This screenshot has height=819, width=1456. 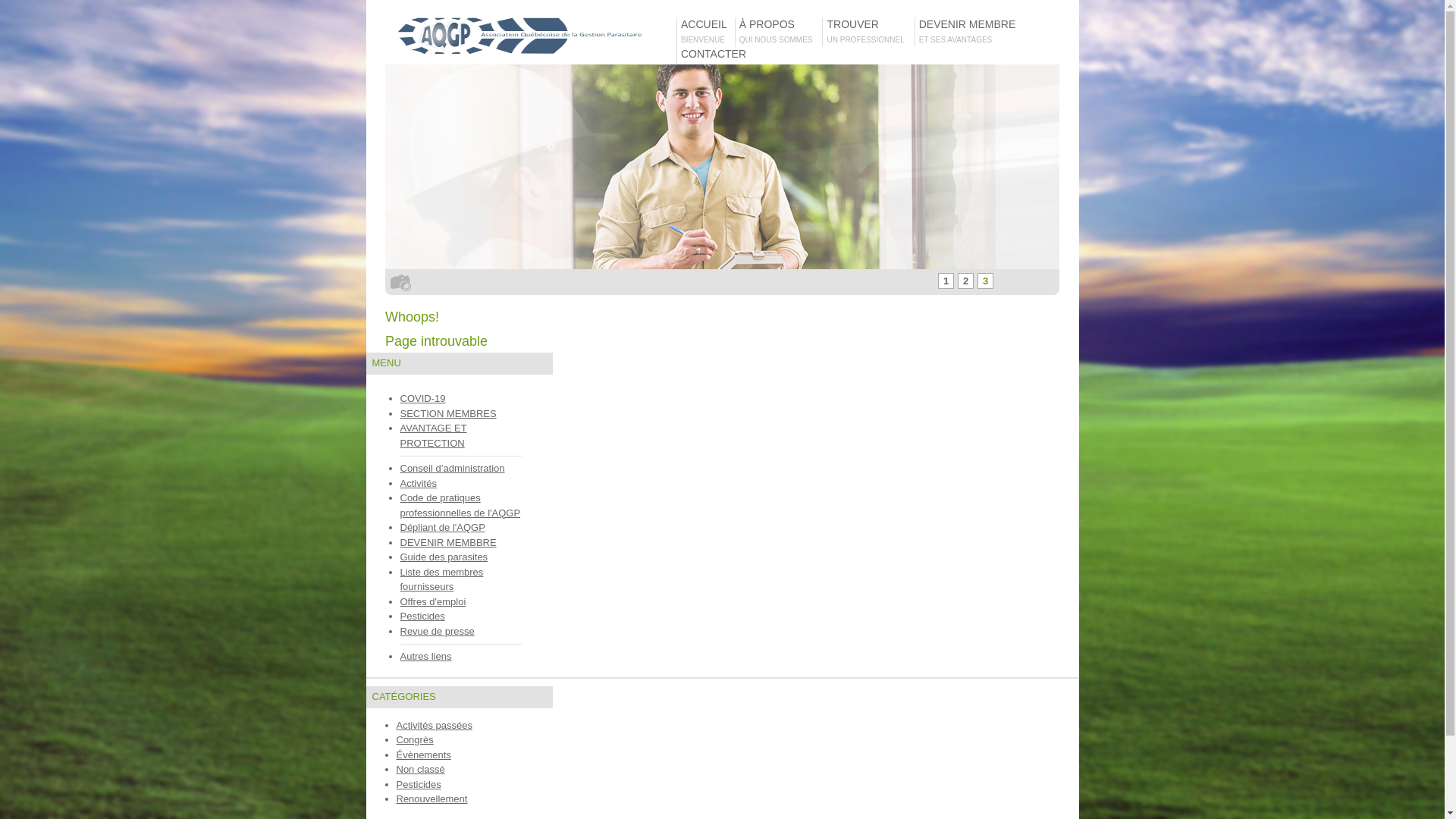 What do you see at coordinates (868, 32) in the screenshot?
I see `'TROUVER` at bounding box center [868, 32].